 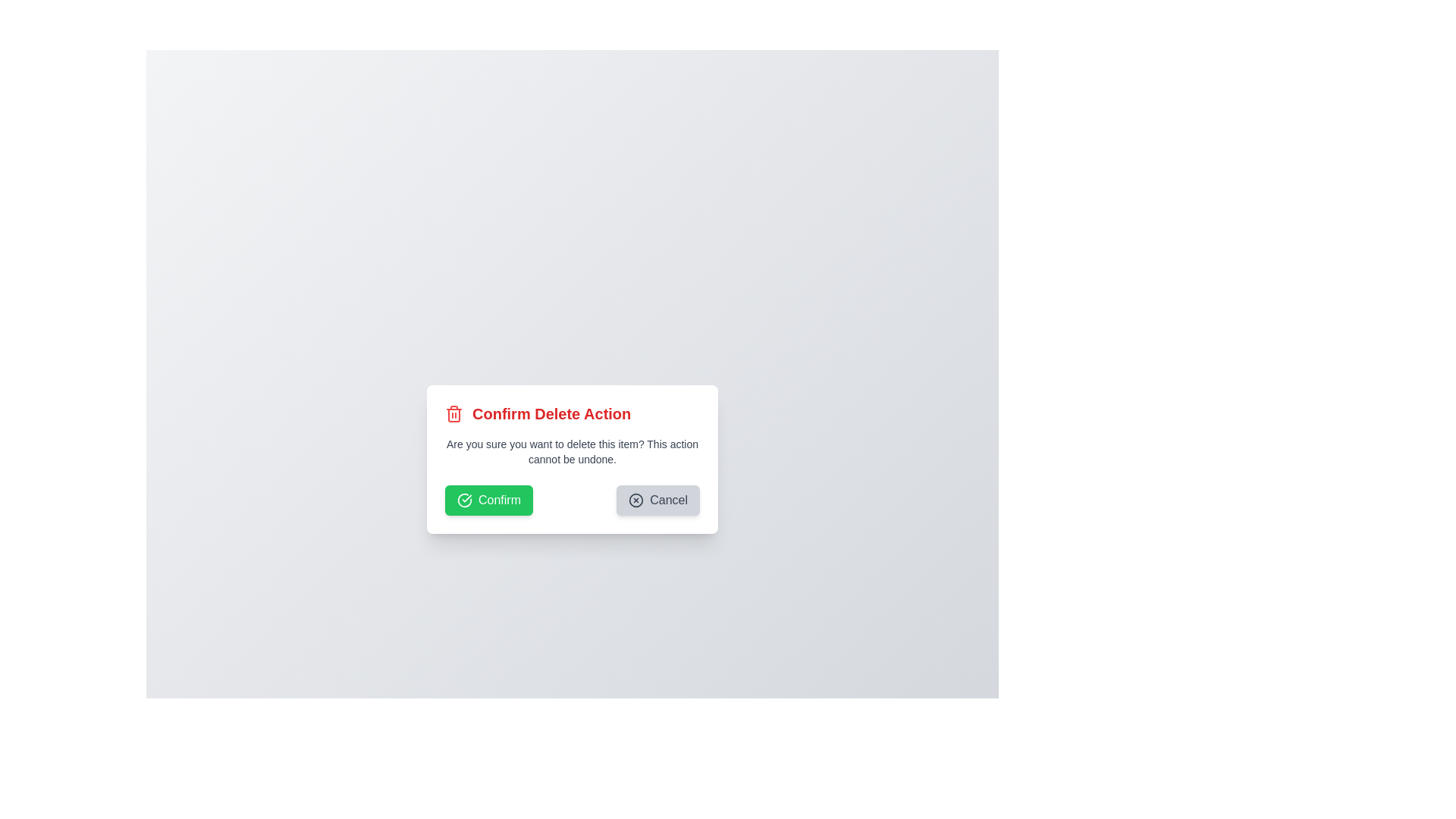 What do you see at coordinates (571, 451) in the screenshot?
I see `warning message displayed in the static text block that asks if the user is sure they want to delete the item, indicating that this action cannot be undone` at bounding box center [571, 451].